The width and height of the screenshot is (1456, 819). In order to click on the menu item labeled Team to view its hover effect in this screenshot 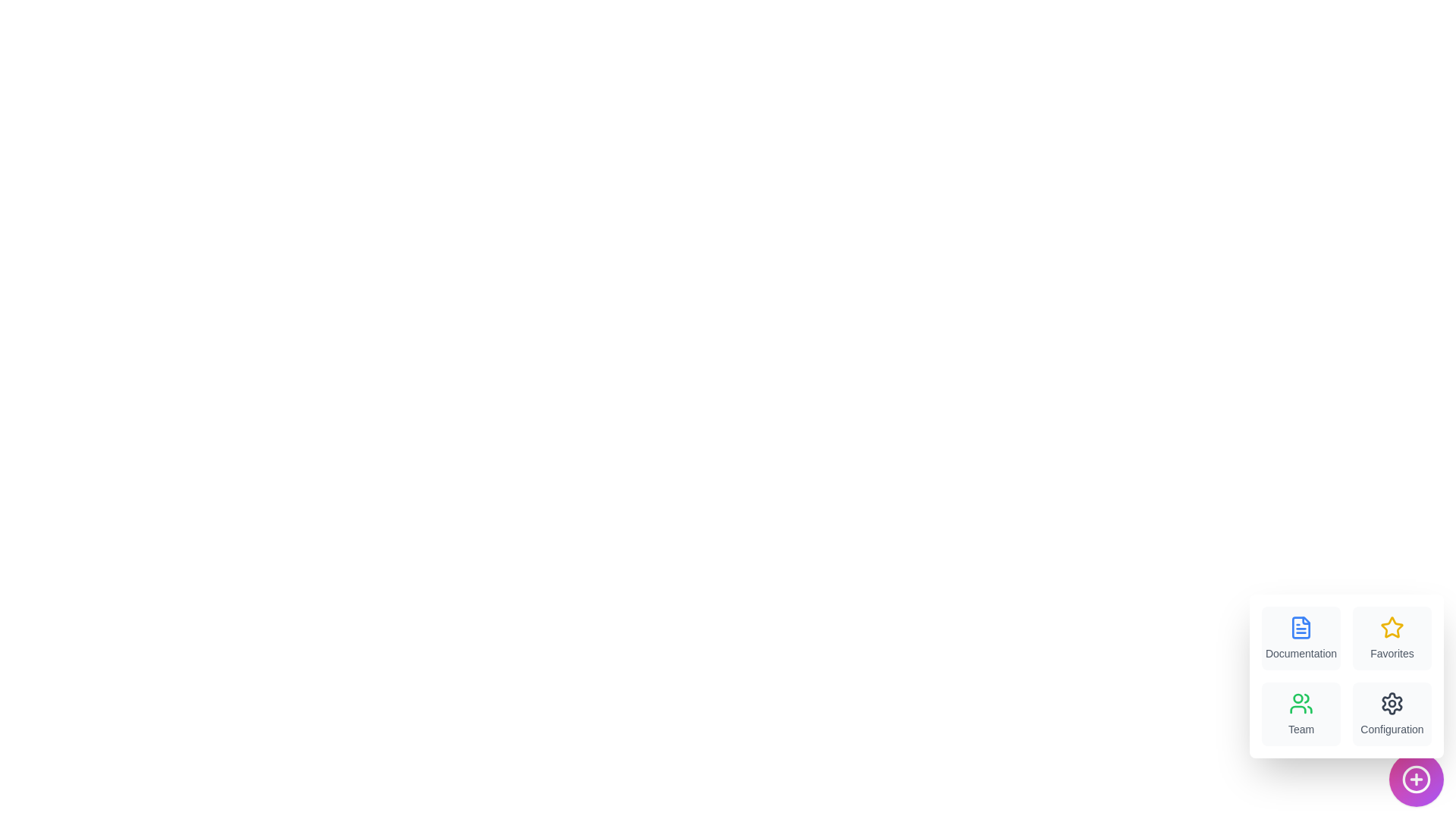, I will do `click(1301, 714)`.